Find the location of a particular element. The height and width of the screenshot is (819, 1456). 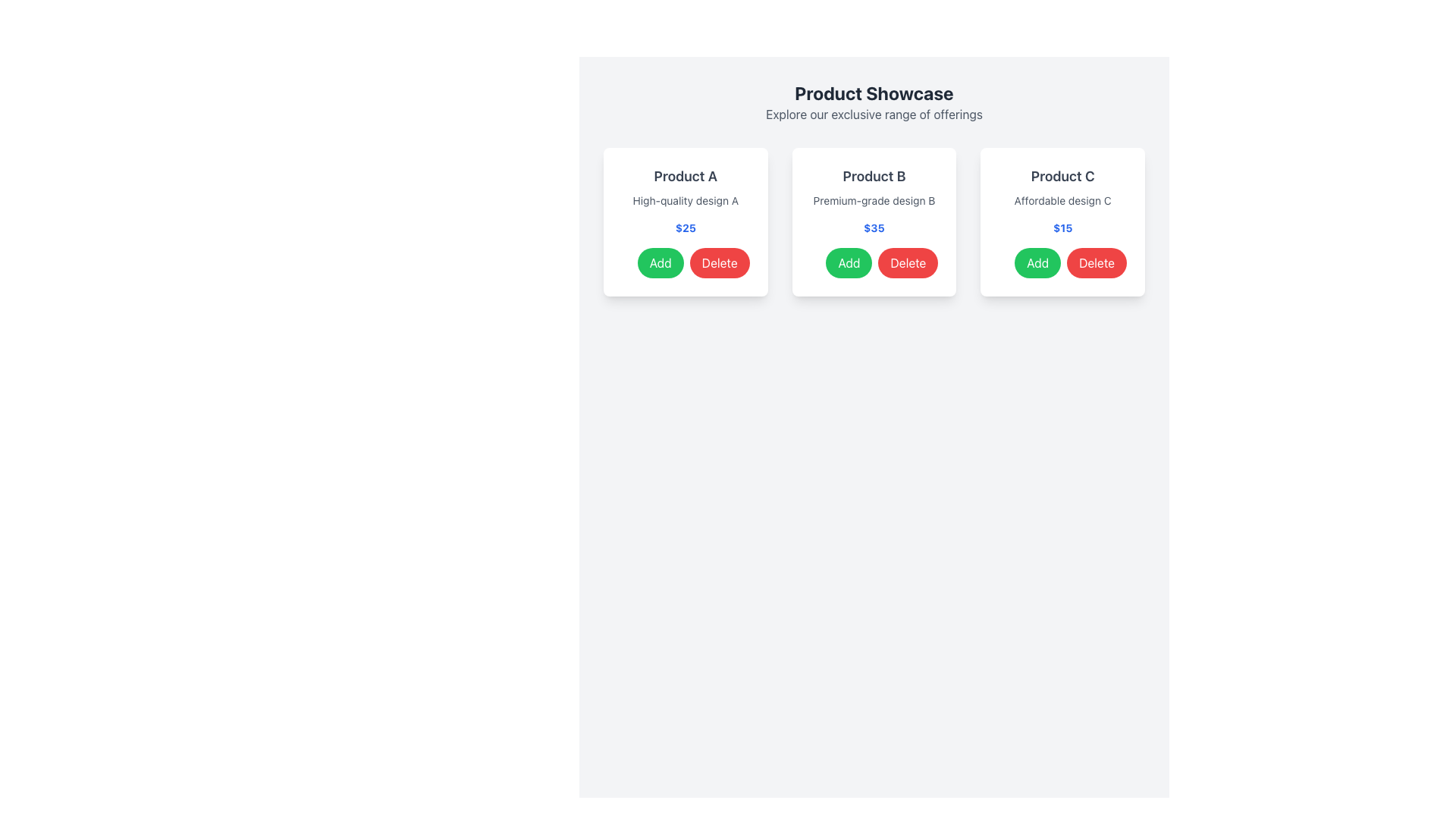

the 'Add' button, which is an oval-shaped button with a green background and white text, located at the bottom-right corner of the card for Product C is located at coordinates (1037, 262).